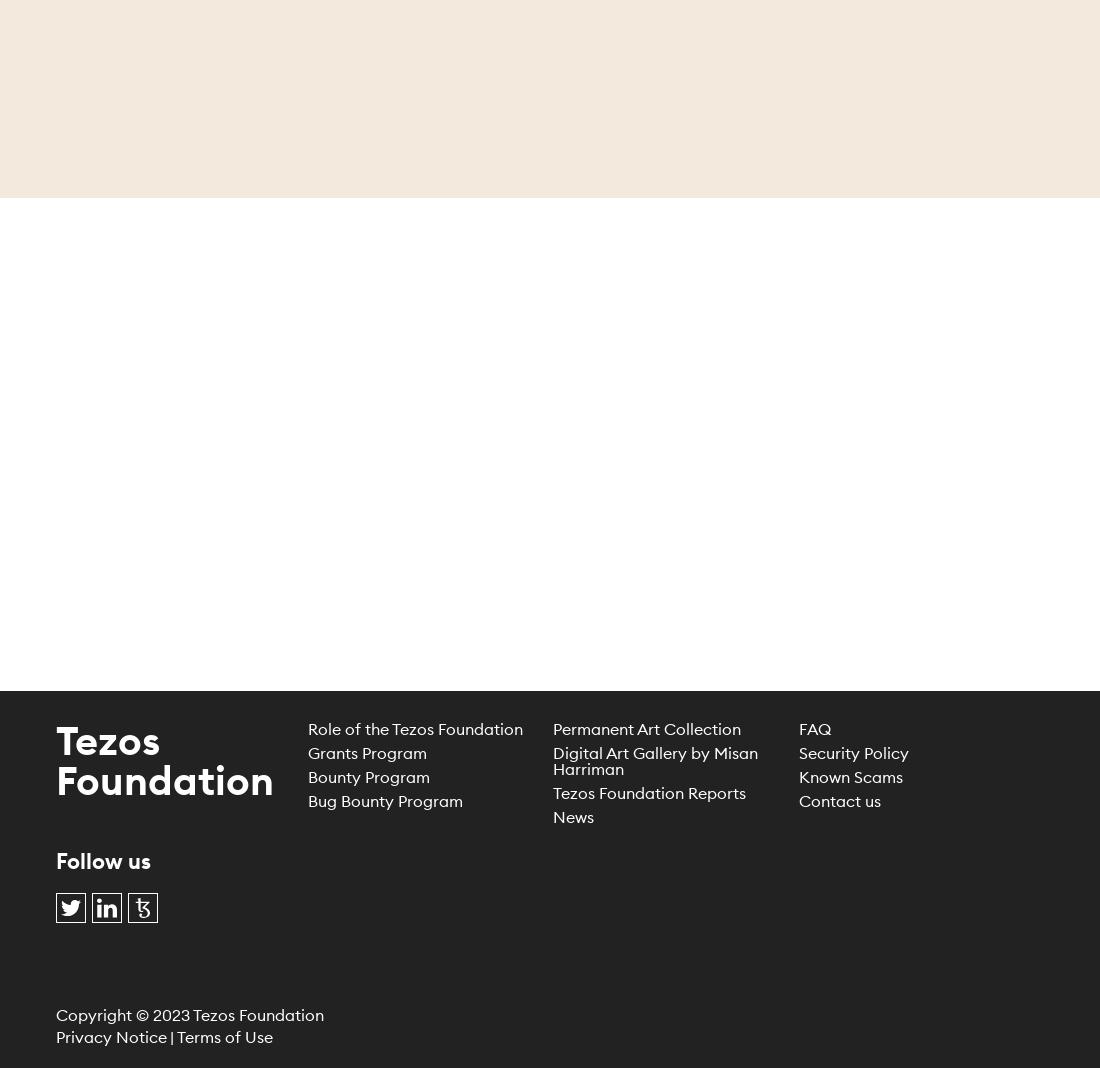 This screenshot has width=1100, height=1068. Describe the element at coordinates (549, 389) in the screenshot. I see `'Our weekly news can be found in our news section. You can contact us regarding questions about our issued reports.'` at that location.